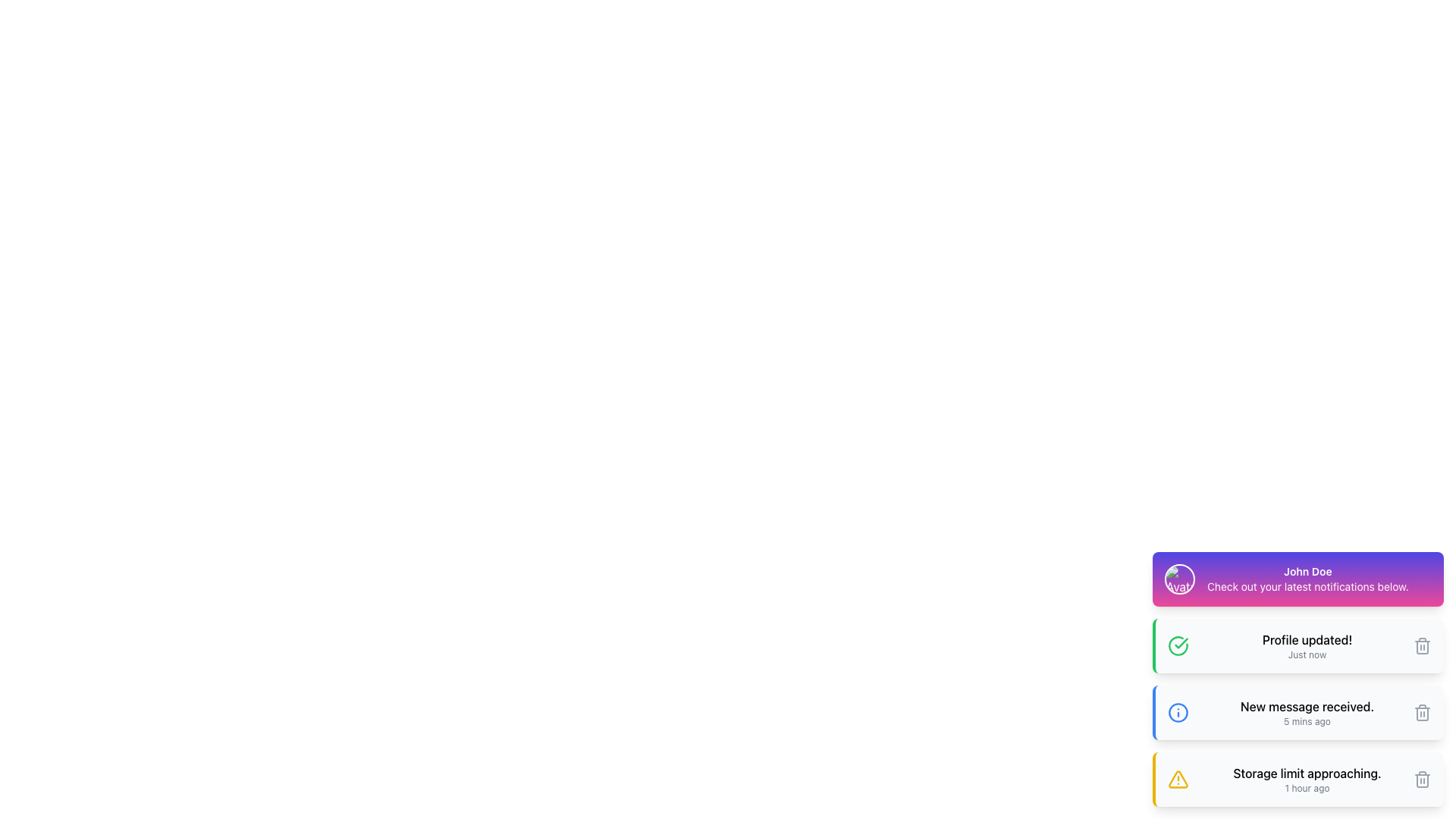 The image size is (1456, 819). I want to click on text content 'New message received.' displayed prominently in a notification card, which is located on the second card of a vertical list of notifications, so click(1306, 707).